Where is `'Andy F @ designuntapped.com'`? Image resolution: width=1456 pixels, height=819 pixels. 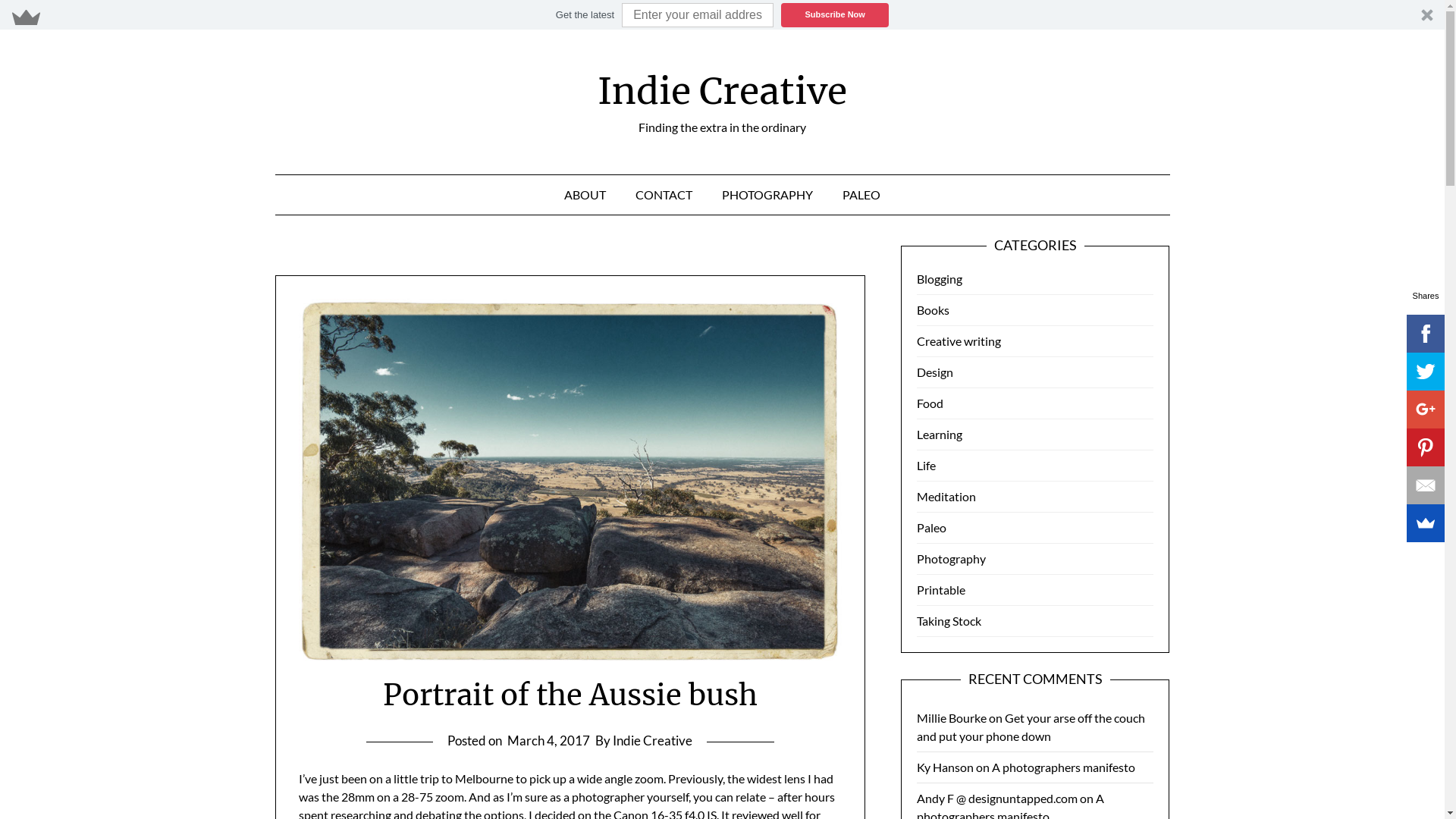
'Andy F @ designuntapped.com' is located at coordinates (997, 797).